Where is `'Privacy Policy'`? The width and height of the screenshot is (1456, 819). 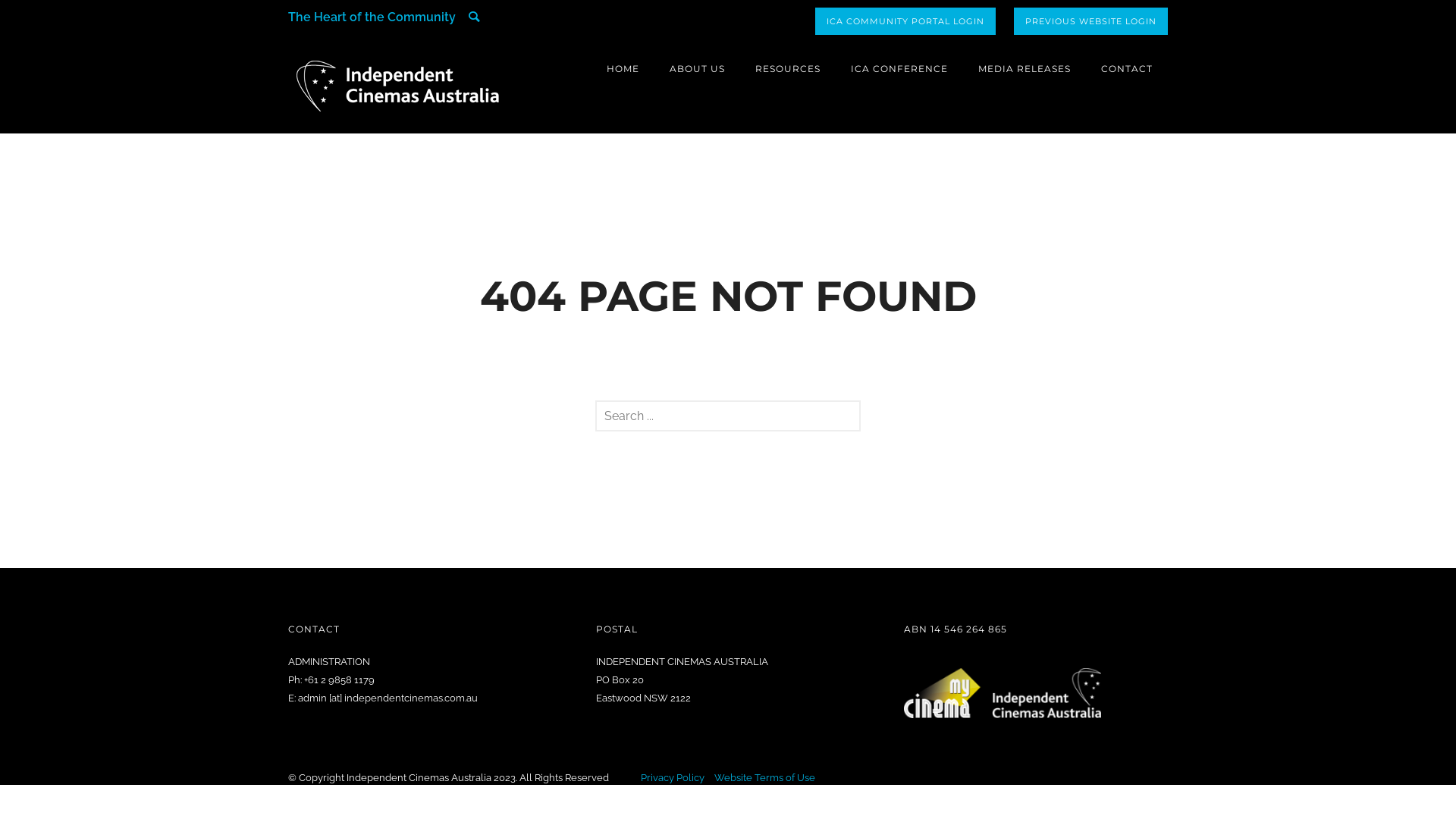
'Privacy Policy' is located at coordinates (640, 777).